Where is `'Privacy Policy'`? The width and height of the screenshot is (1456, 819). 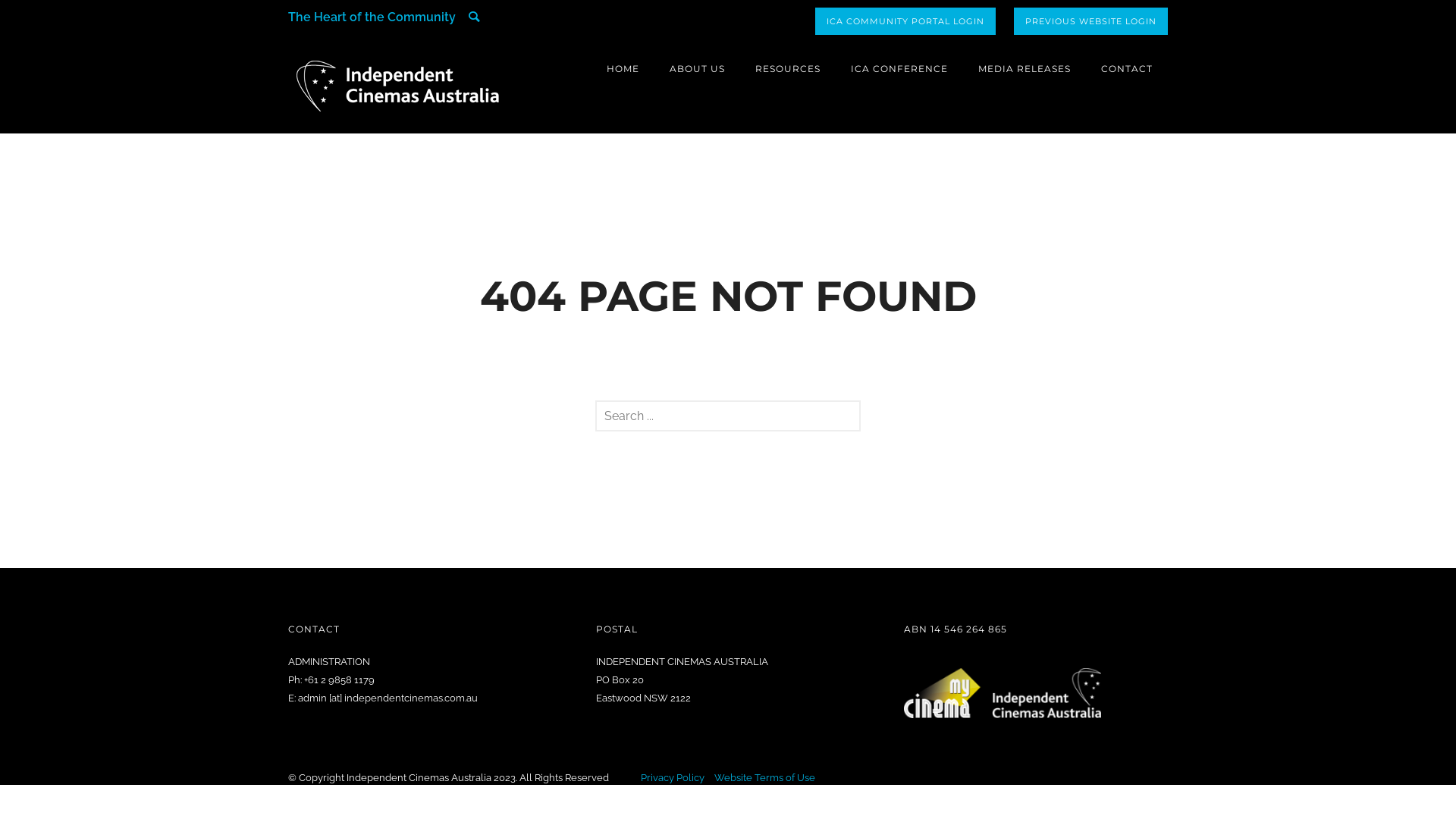
'Privacy Policy' is located at coordinates (640, 777).